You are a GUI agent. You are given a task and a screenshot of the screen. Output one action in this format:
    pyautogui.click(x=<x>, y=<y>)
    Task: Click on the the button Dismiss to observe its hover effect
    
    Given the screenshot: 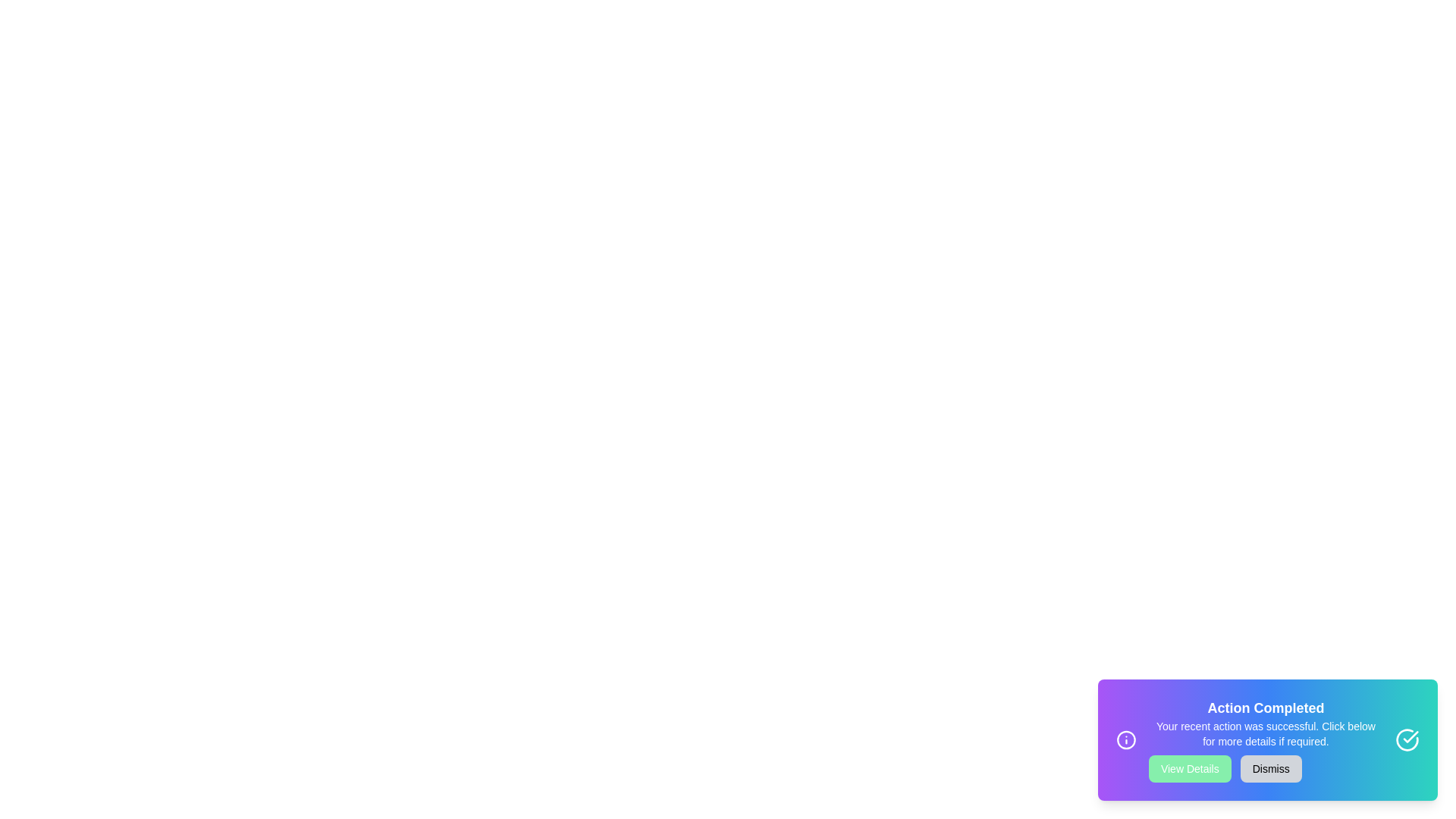 What is the action you would take?
    pyautogui.click(x=1271, y=769)
    